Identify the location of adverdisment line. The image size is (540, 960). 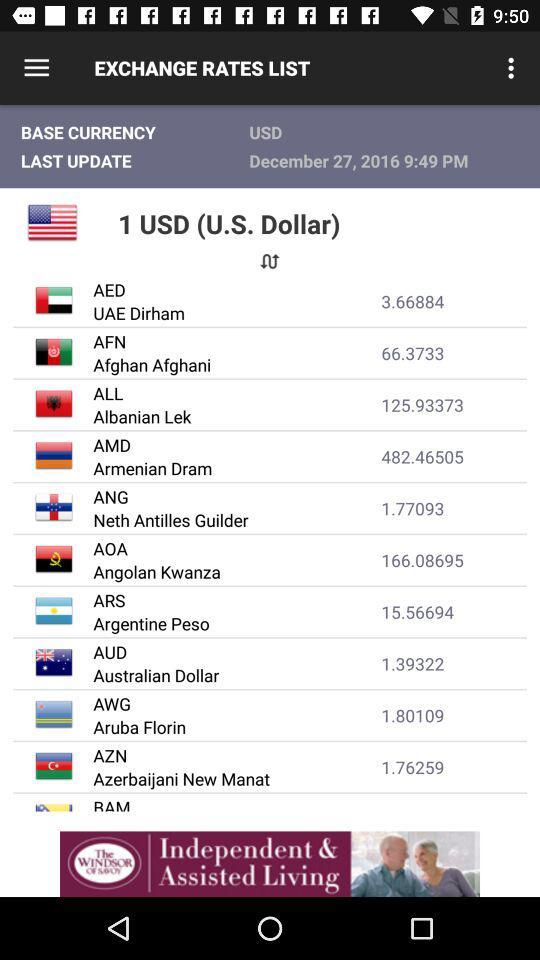
(270, 863).